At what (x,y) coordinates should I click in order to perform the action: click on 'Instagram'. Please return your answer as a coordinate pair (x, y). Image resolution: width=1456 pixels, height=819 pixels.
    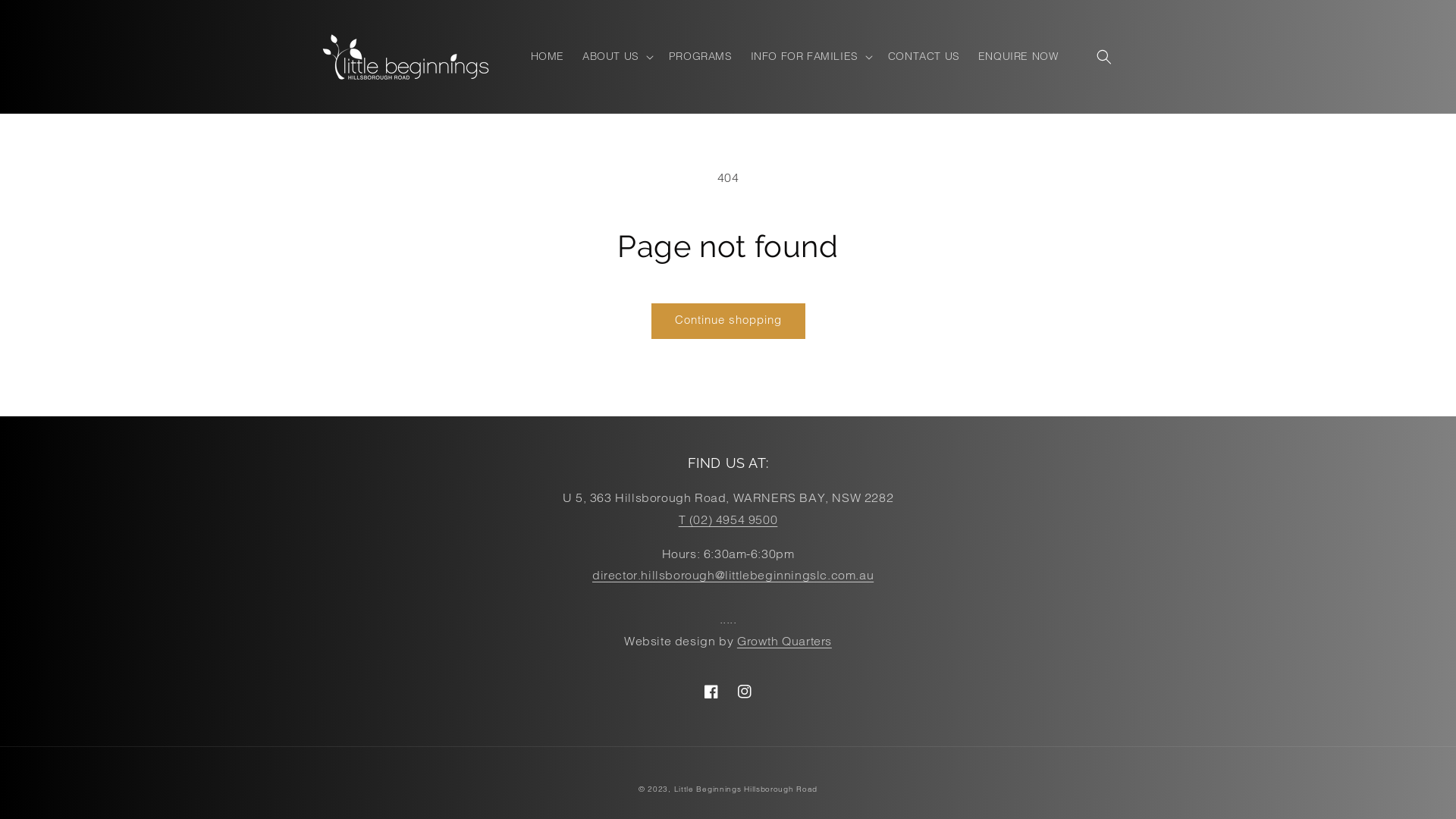
    Looking at the image, I should click on (728, 691).